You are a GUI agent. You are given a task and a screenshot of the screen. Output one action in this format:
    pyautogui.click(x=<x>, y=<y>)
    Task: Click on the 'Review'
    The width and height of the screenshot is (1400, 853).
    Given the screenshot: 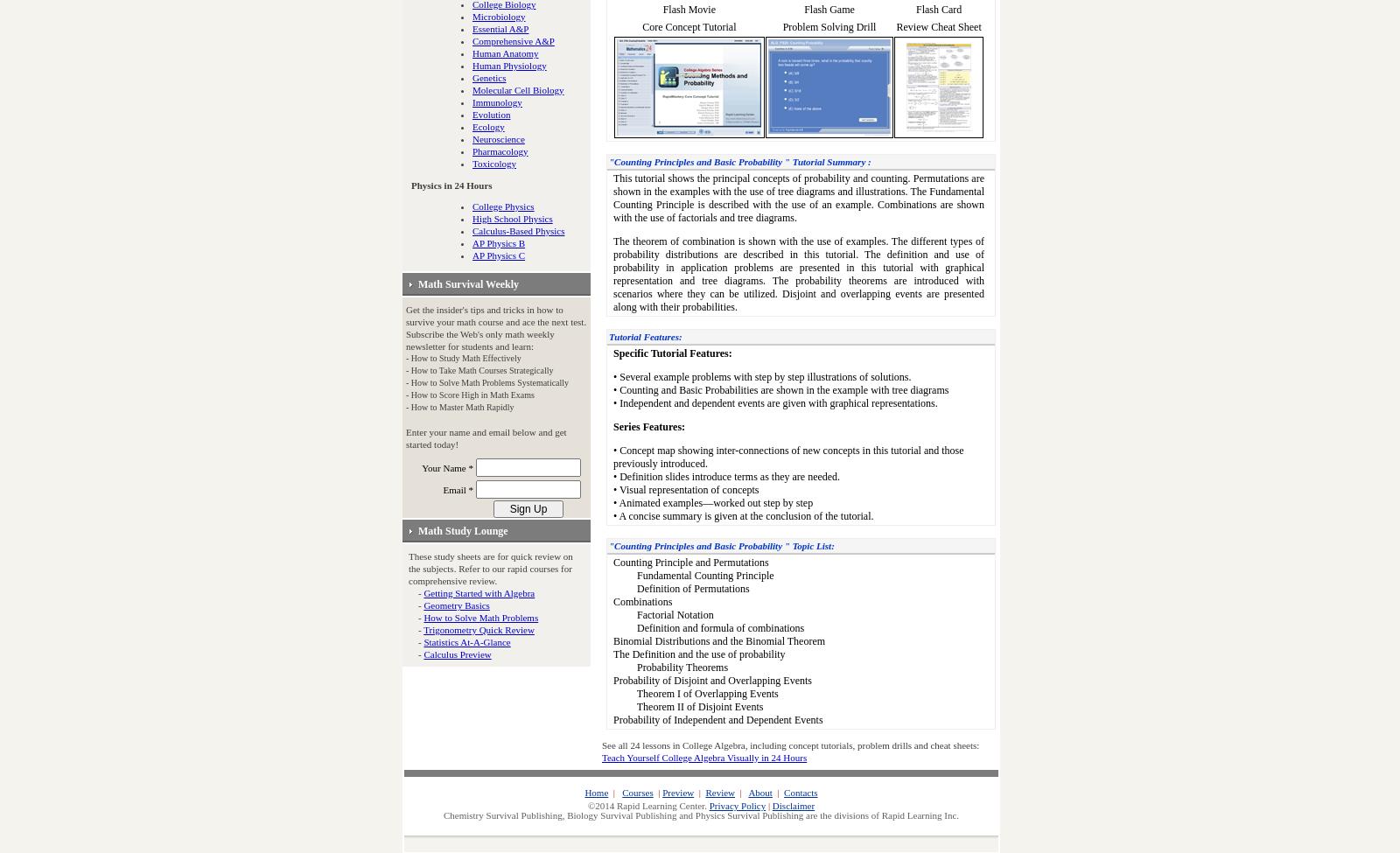 What is the action you would take?
    pyautogui.click(x=719, y=791)
    